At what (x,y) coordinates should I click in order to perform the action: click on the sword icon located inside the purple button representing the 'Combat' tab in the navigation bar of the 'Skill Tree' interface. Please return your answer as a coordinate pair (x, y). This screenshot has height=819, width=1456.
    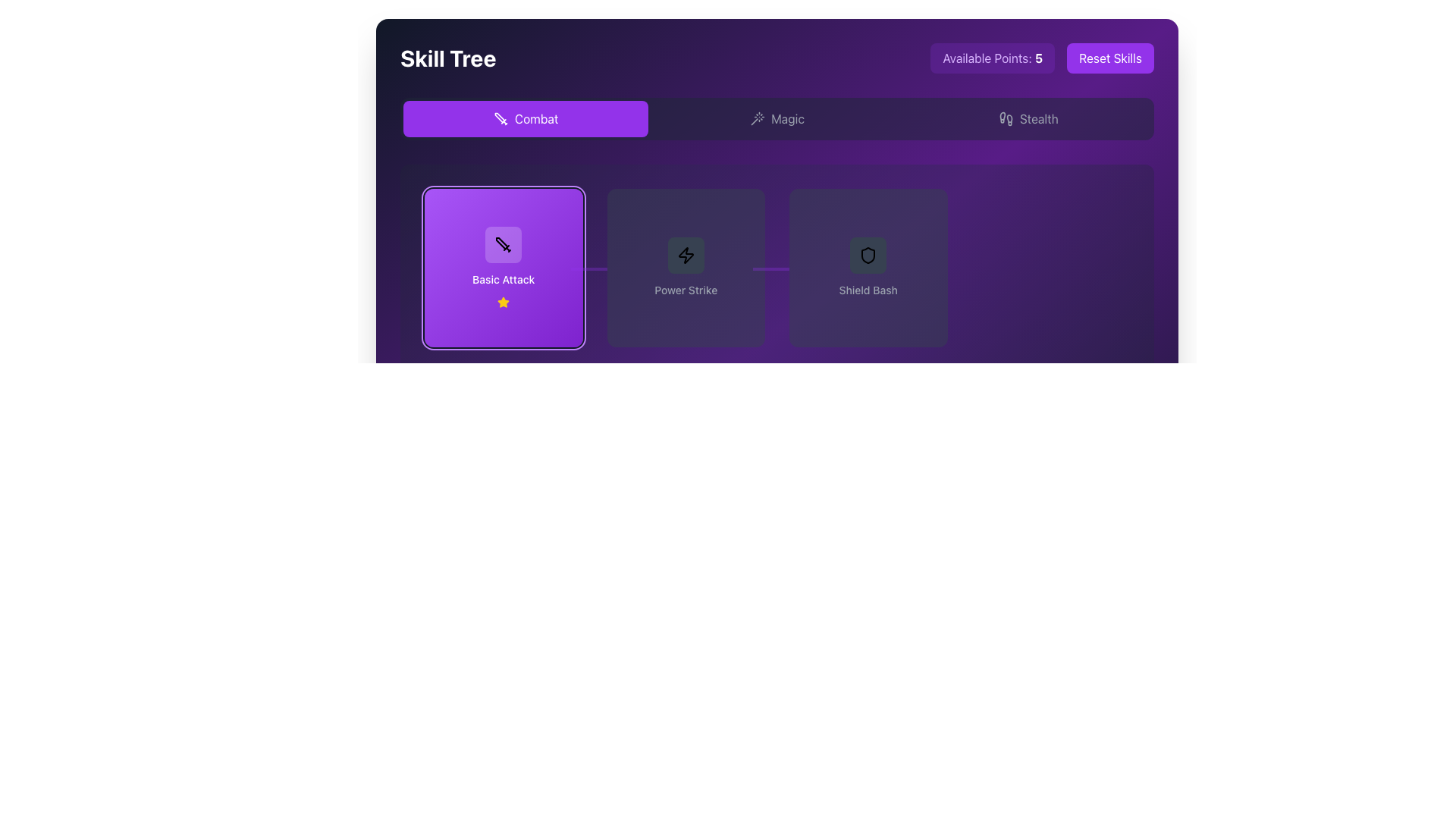
    Looking at the image, I should click on (500, 118).